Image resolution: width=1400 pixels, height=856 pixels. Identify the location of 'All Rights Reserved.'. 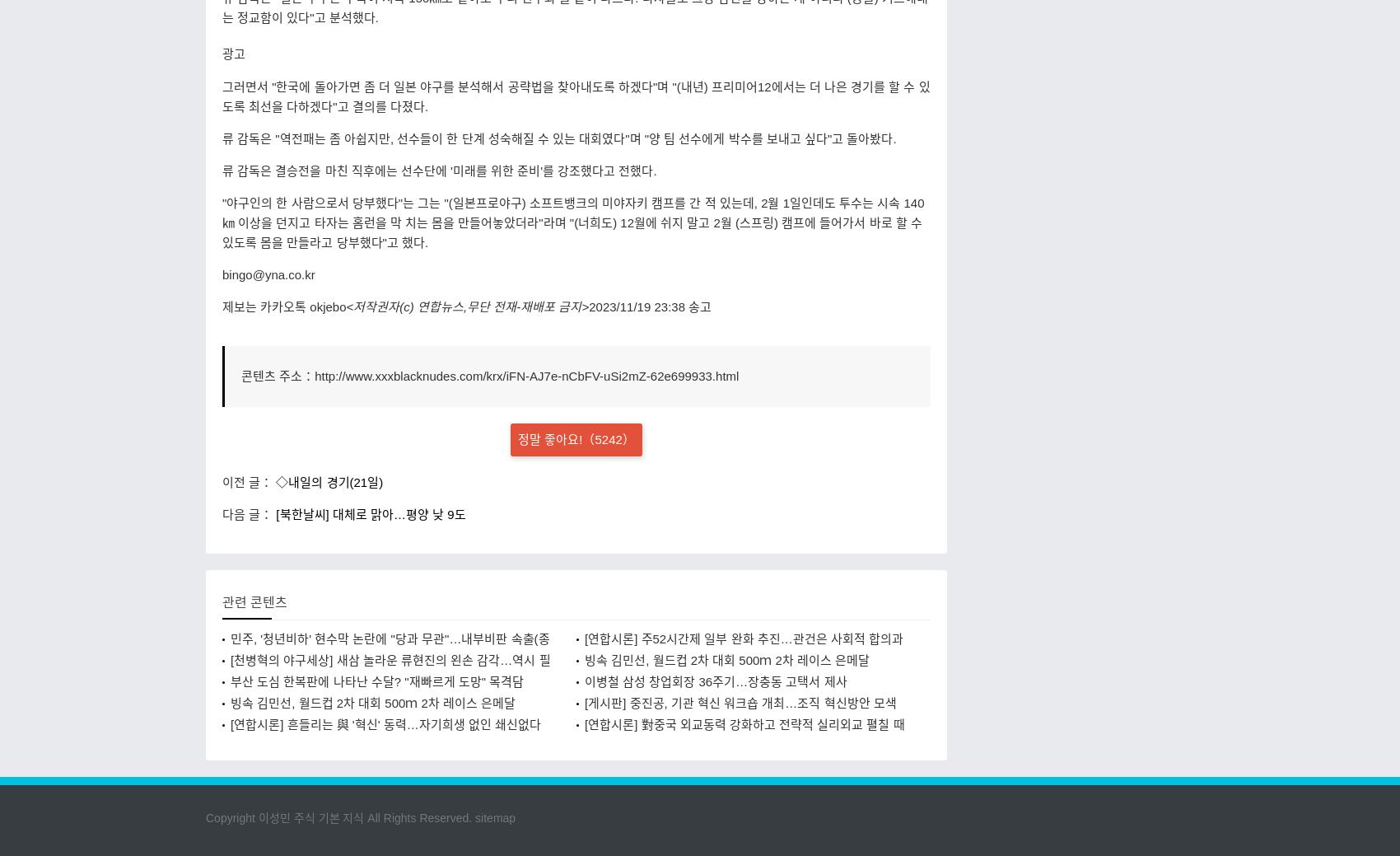
(364, 817).